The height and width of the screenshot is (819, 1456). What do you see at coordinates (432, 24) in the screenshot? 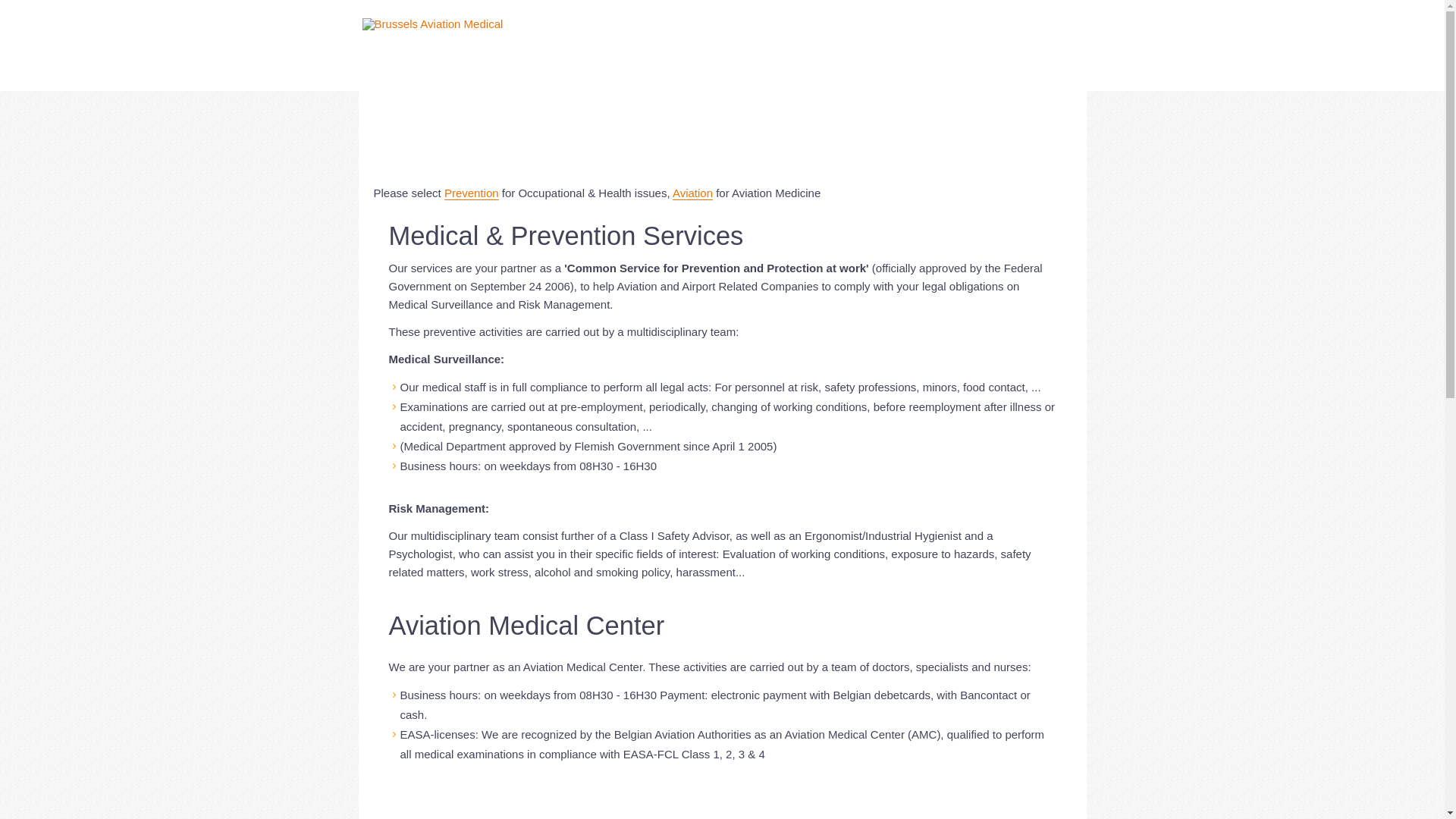
I see `'Brussels Aviation Medical'` at bounding box center [432, 24].